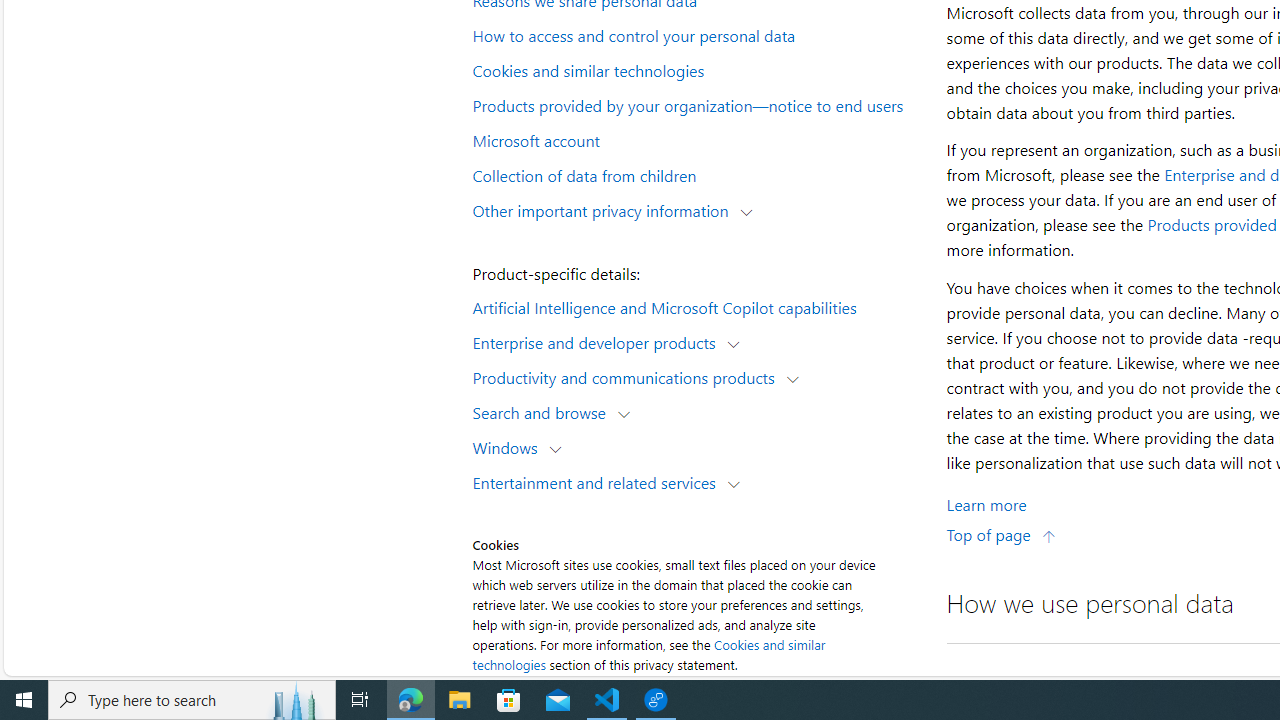  What do you see at coordinates (1001, 533) in the screenshot?
I see `'Top of page'` at bounding box center [1001, 533].